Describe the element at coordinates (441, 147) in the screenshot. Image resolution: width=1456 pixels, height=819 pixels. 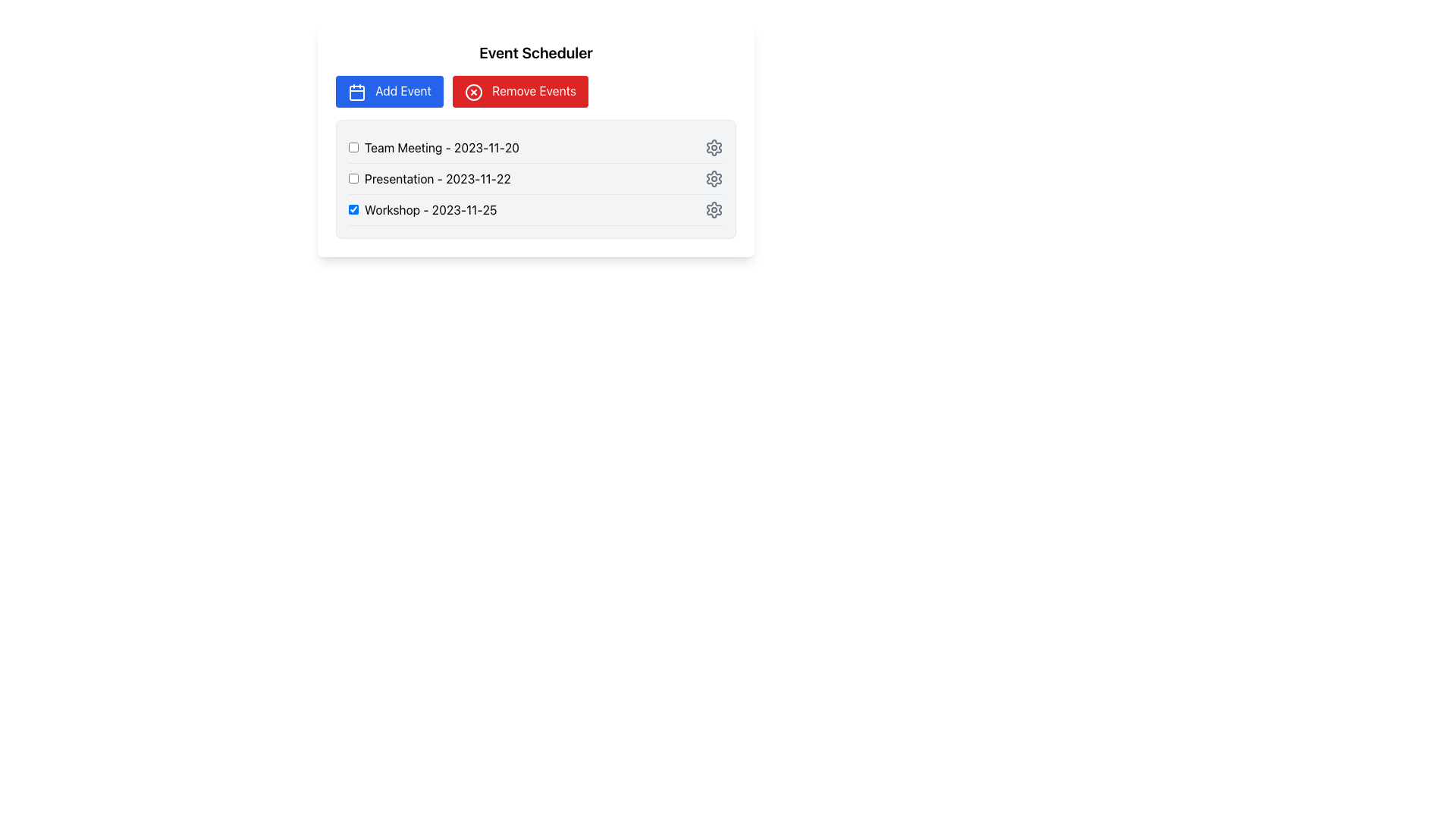
I see `the Text Label that describes a scheduled event, located below the title 'Event Scheduler' and adjacent to a checkbox` at that location.